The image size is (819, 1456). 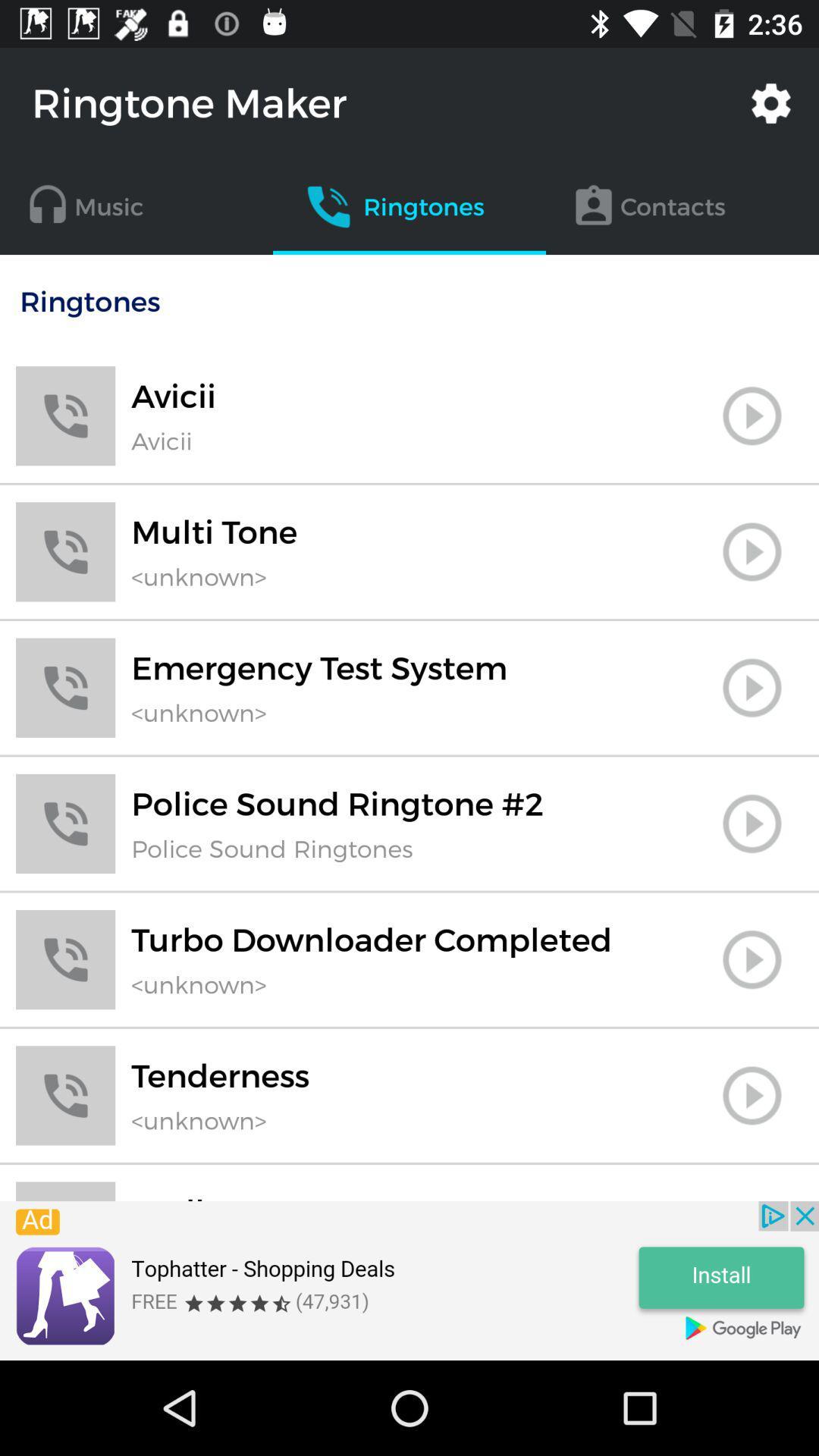 I want to click on page, so click(x=752, y=823).